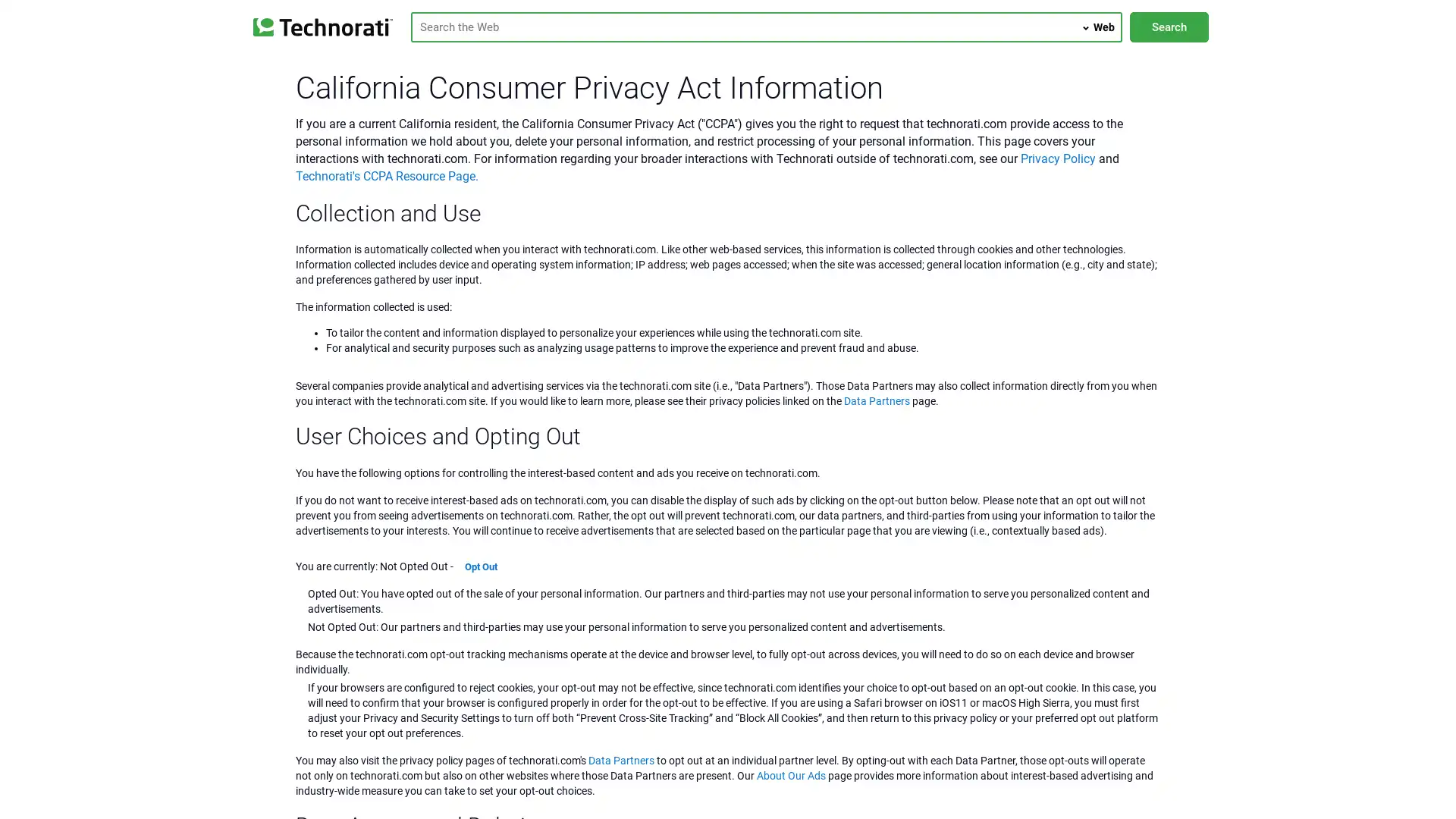 This screenshot has width=1456, height=819. Describe the element at coordinates (480, 566) in the screenshot. I see `Opt Out` at that location.